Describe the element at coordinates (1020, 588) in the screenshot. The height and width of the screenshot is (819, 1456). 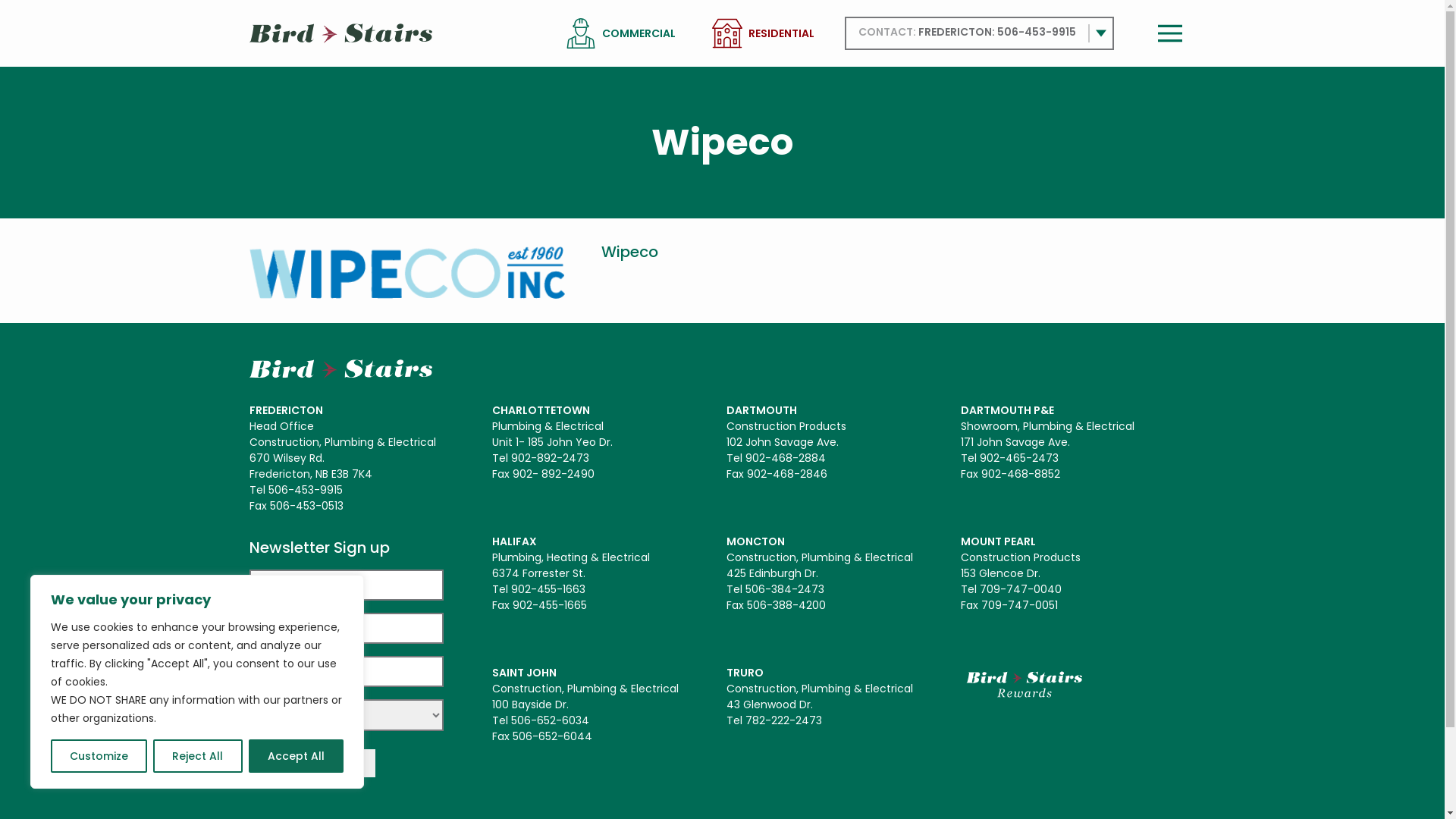
I see `'709-747-0040'` at that location.